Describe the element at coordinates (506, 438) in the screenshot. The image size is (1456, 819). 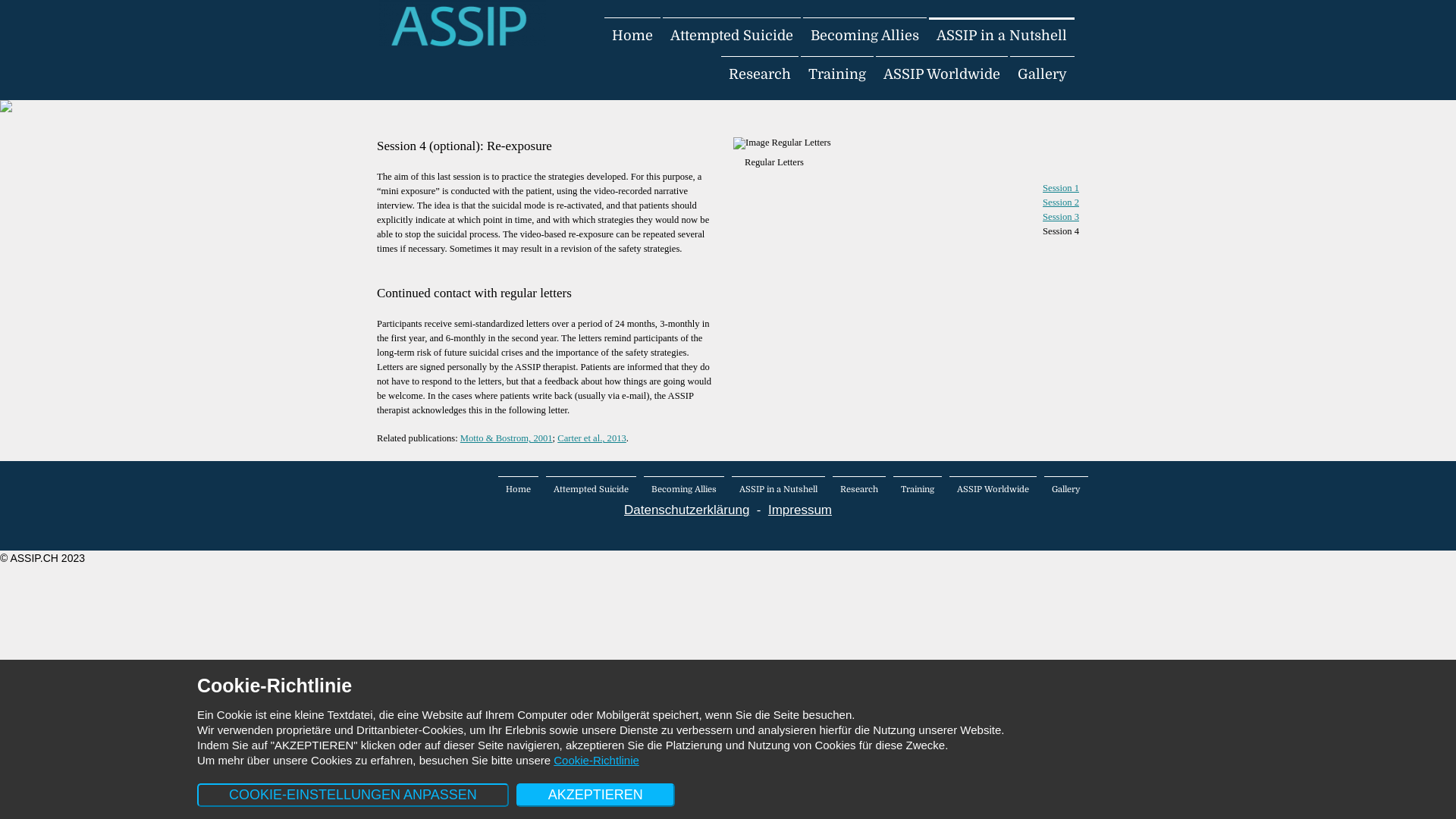
I see `'Motto & Bostrom, 2001'` at that location.